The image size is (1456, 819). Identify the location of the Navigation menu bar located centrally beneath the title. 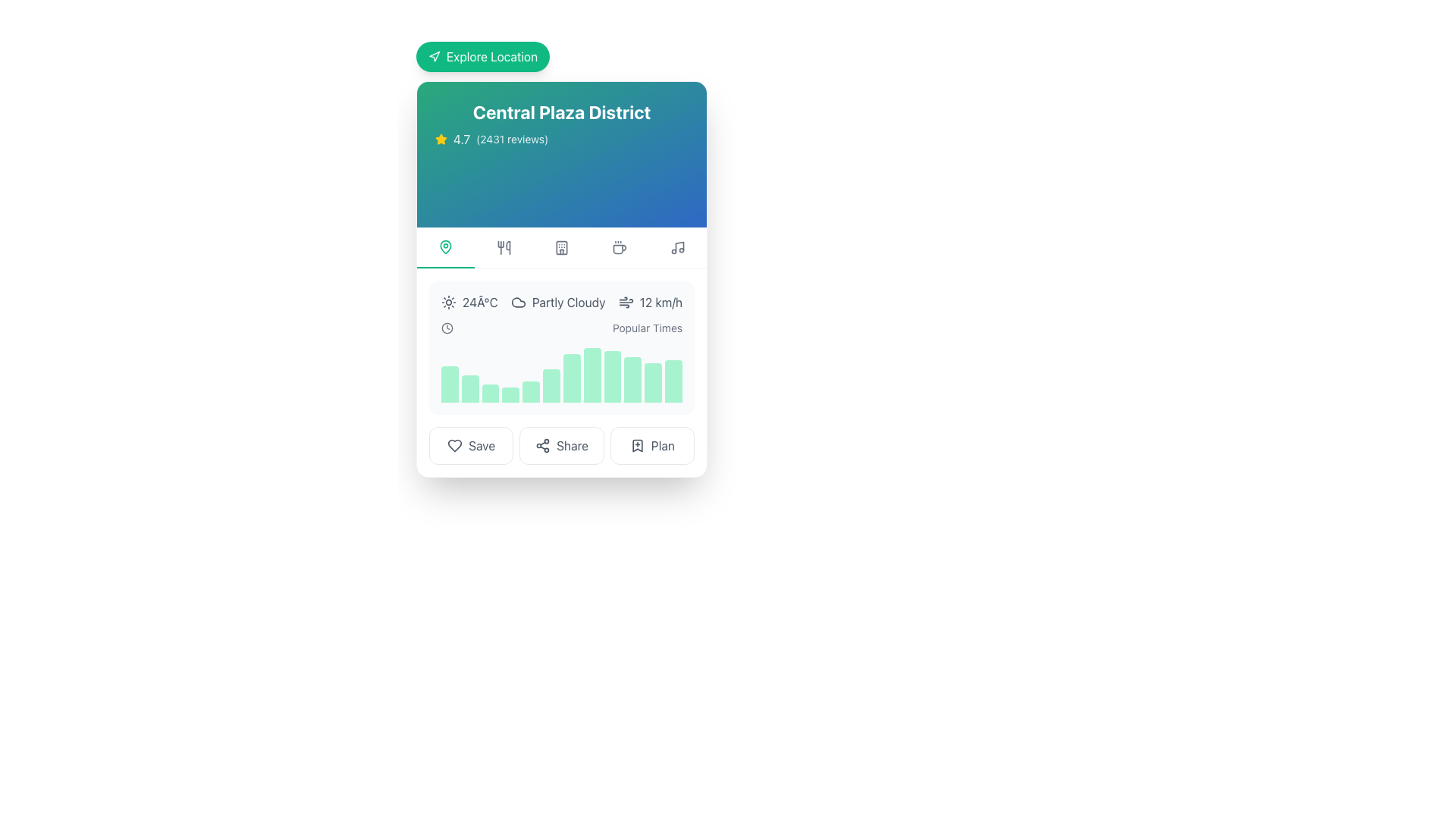
(560, 247).